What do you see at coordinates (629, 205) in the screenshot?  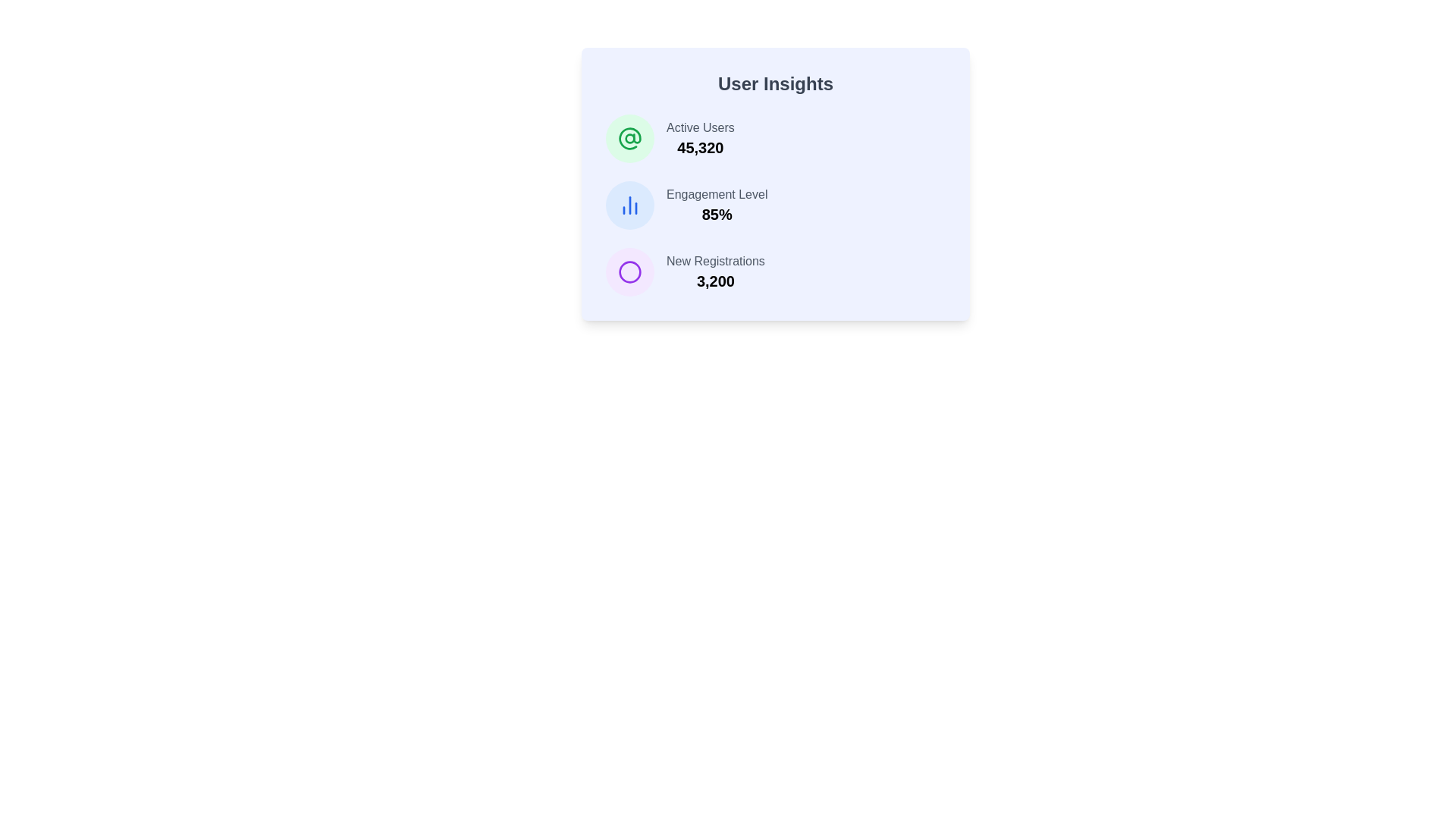 I see `the circular icon with a light blue background and a bar chart symbol, located to the left of the 'Engagement Level' text in the 'User Insights' panel` at bounding box center [629, 205].